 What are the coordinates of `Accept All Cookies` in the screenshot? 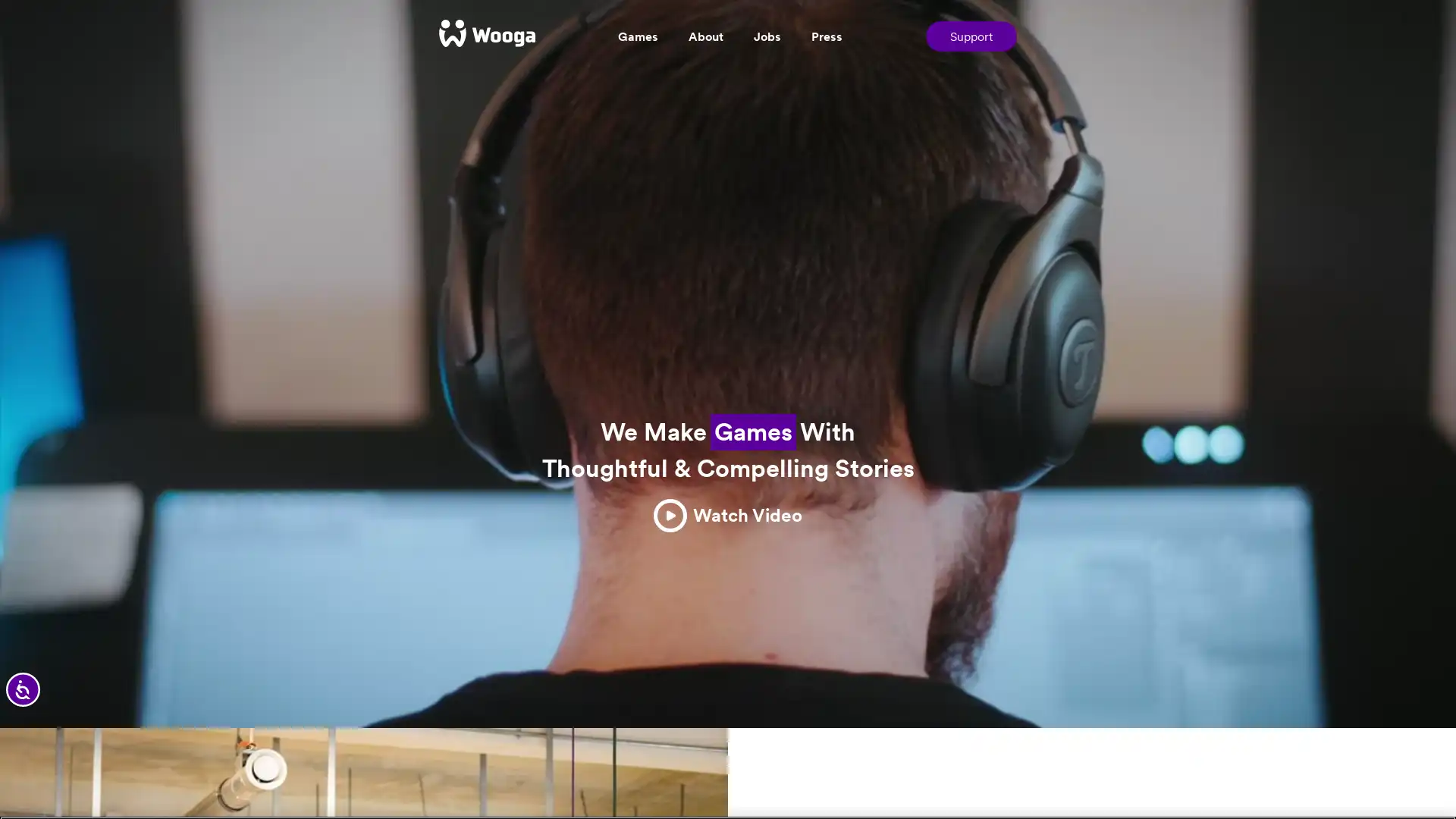 It's located at (1227, 778).